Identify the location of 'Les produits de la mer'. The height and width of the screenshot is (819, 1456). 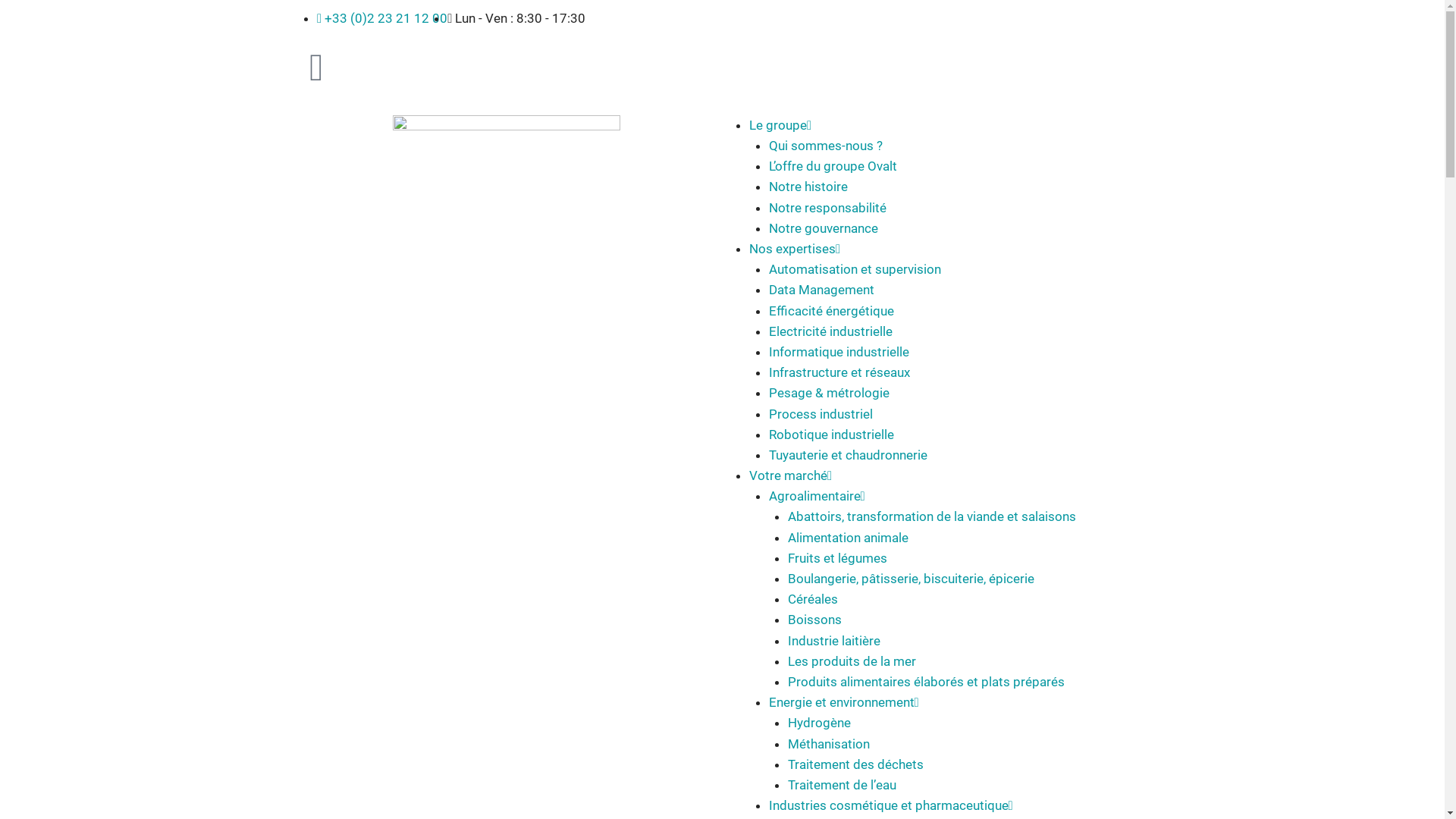
(852, 660).